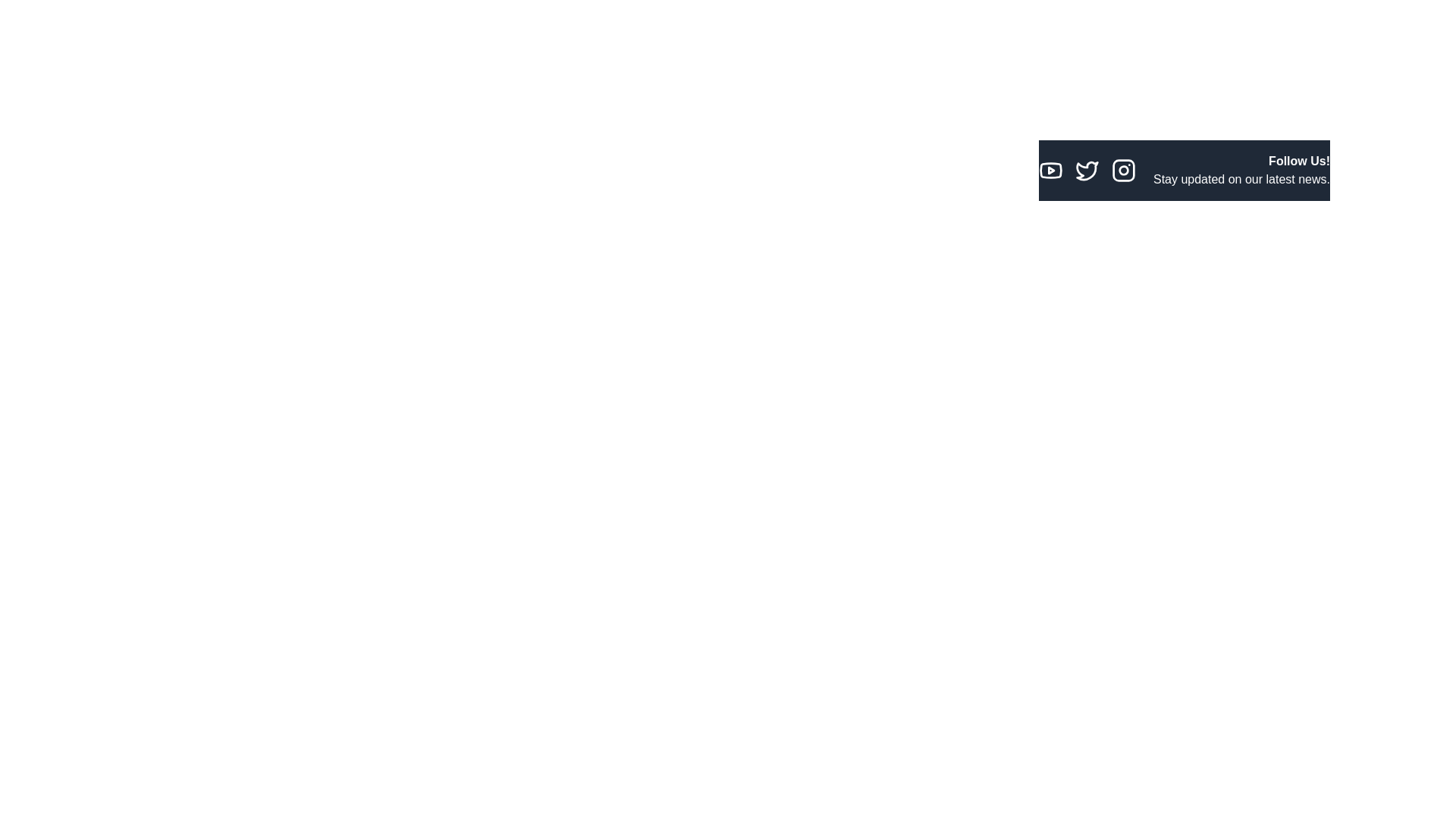  I want to click on the individual icons in the Informational Text Section with Icons to redirect to social media platforms, so click(1183, 170).